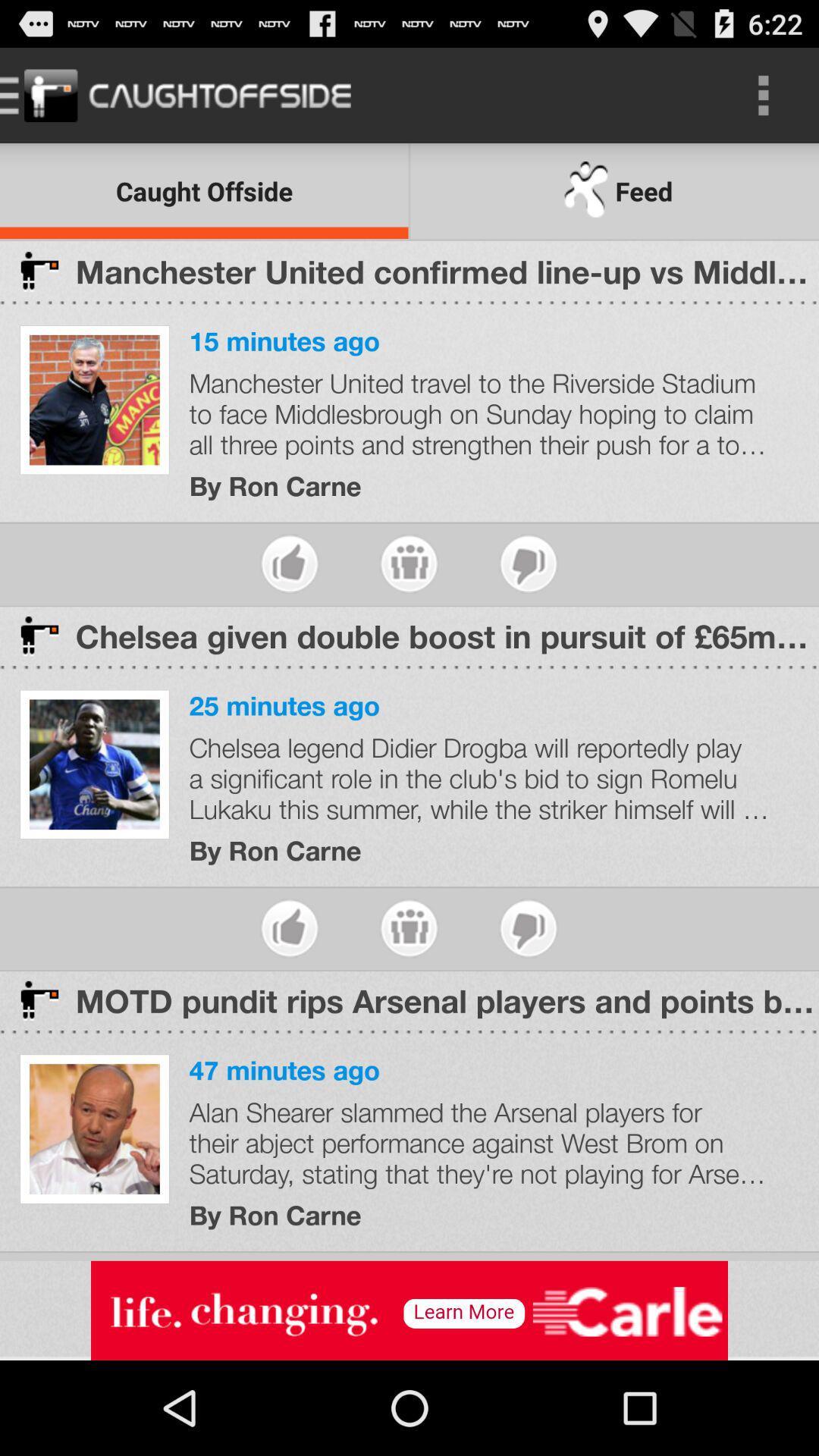 The image size is (819, 1456). What do you see at coordinates (290, 927) in the screenshot?
I see `like` at bounding box center [290, 927].